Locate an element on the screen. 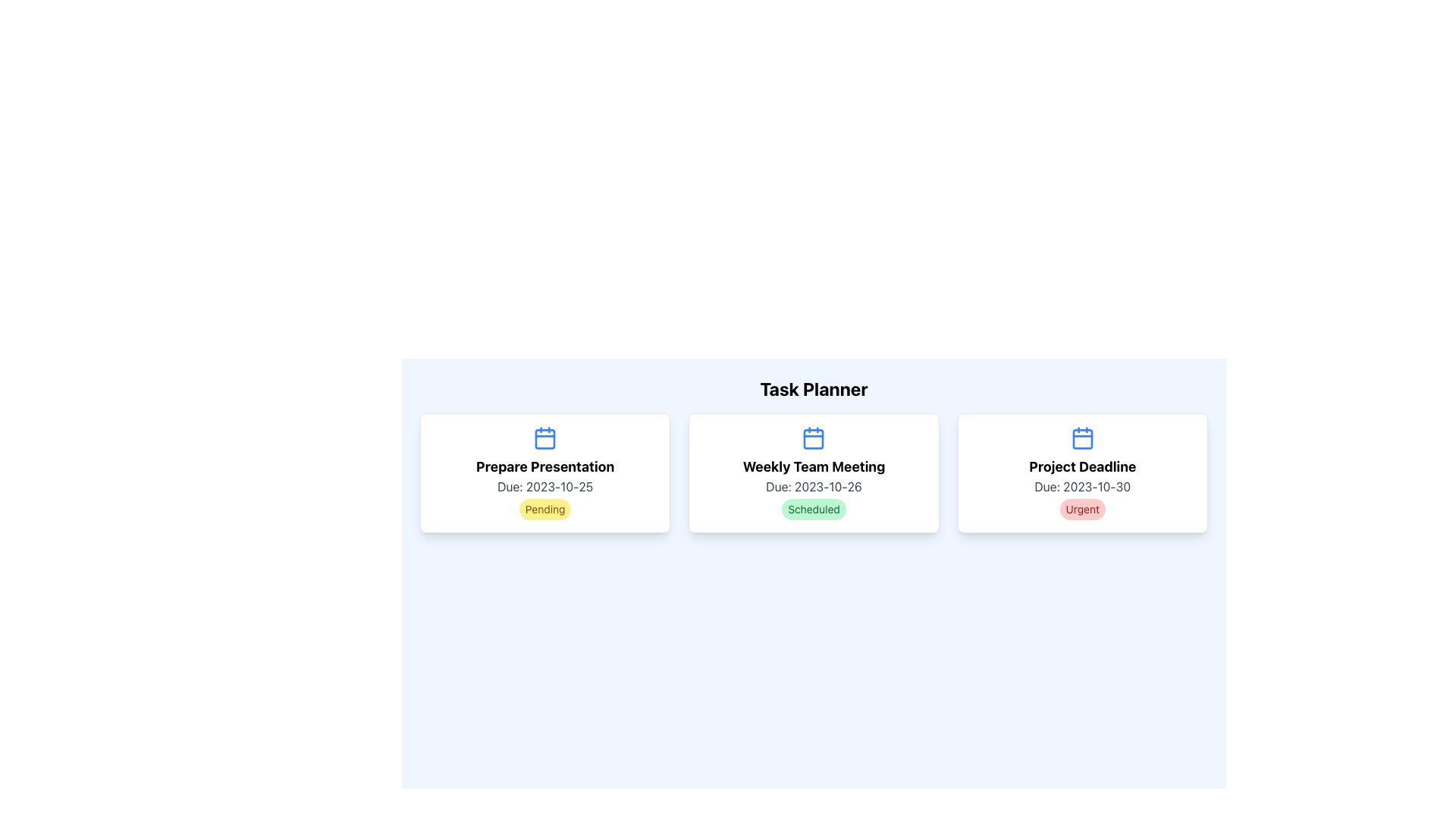 This screenshot has width=1456, height=819. the blue outlined calendar icon located in the 'Task Planner' section, specifically the card labeled 'Project Deadline', positioned centrally at the top of the card above the text 'Project Deadline' is located at coordinates (1081, 438).